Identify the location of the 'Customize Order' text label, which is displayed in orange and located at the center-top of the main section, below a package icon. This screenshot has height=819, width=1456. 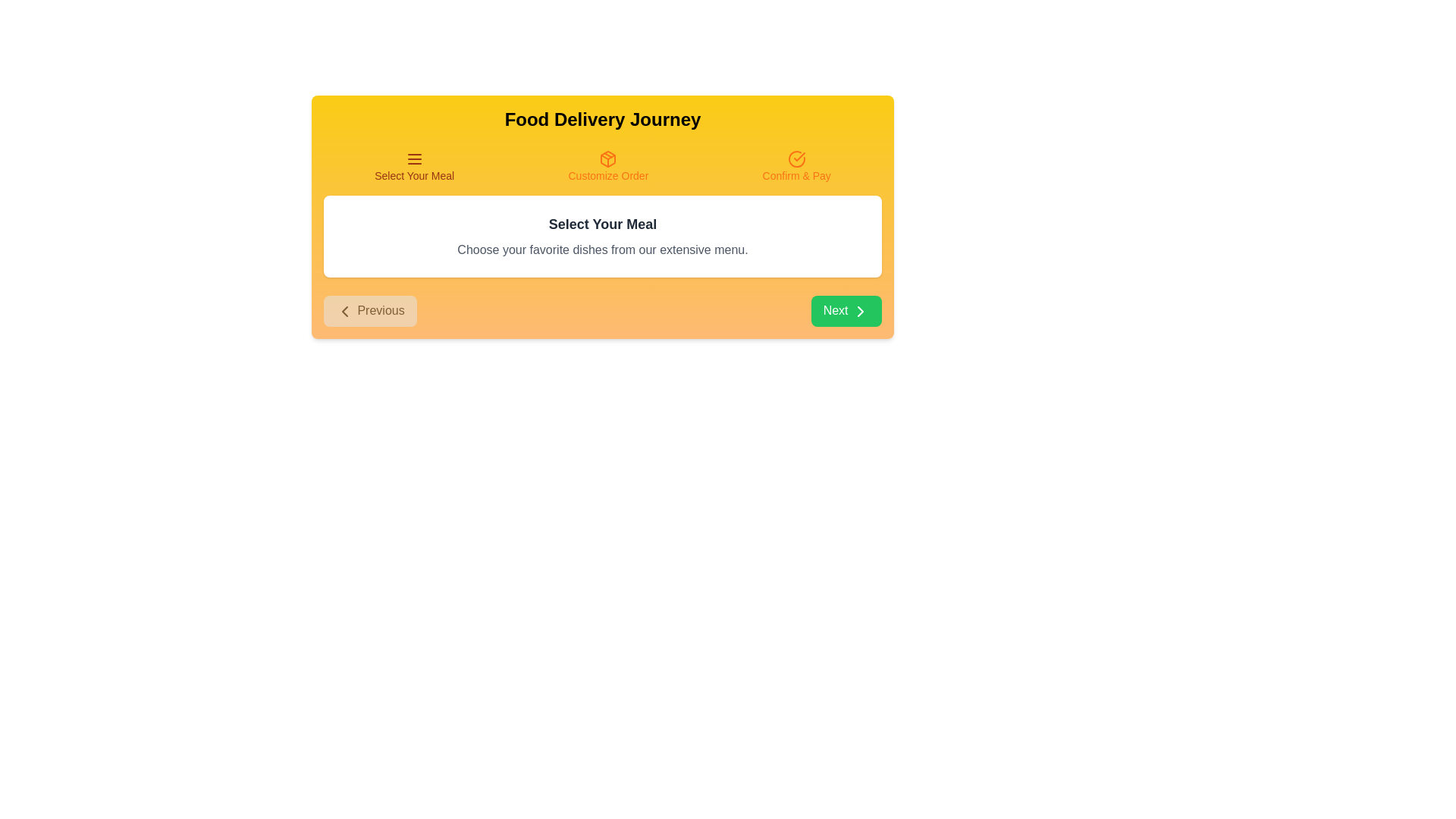
(608, 174).